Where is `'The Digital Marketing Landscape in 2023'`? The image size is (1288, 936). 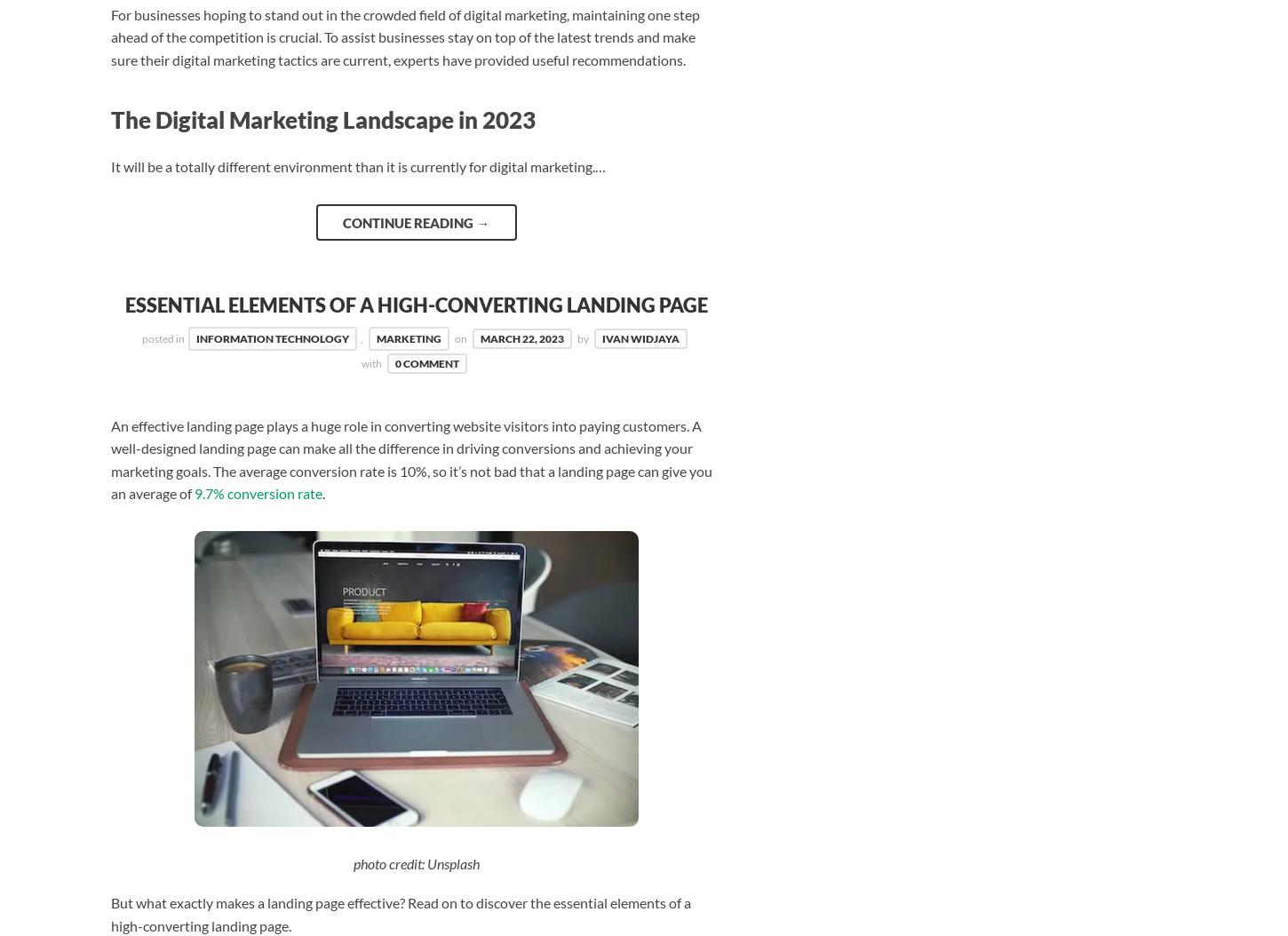 'The Digital Marketing Landscape in 2023' is located at coordinates (322, 120).